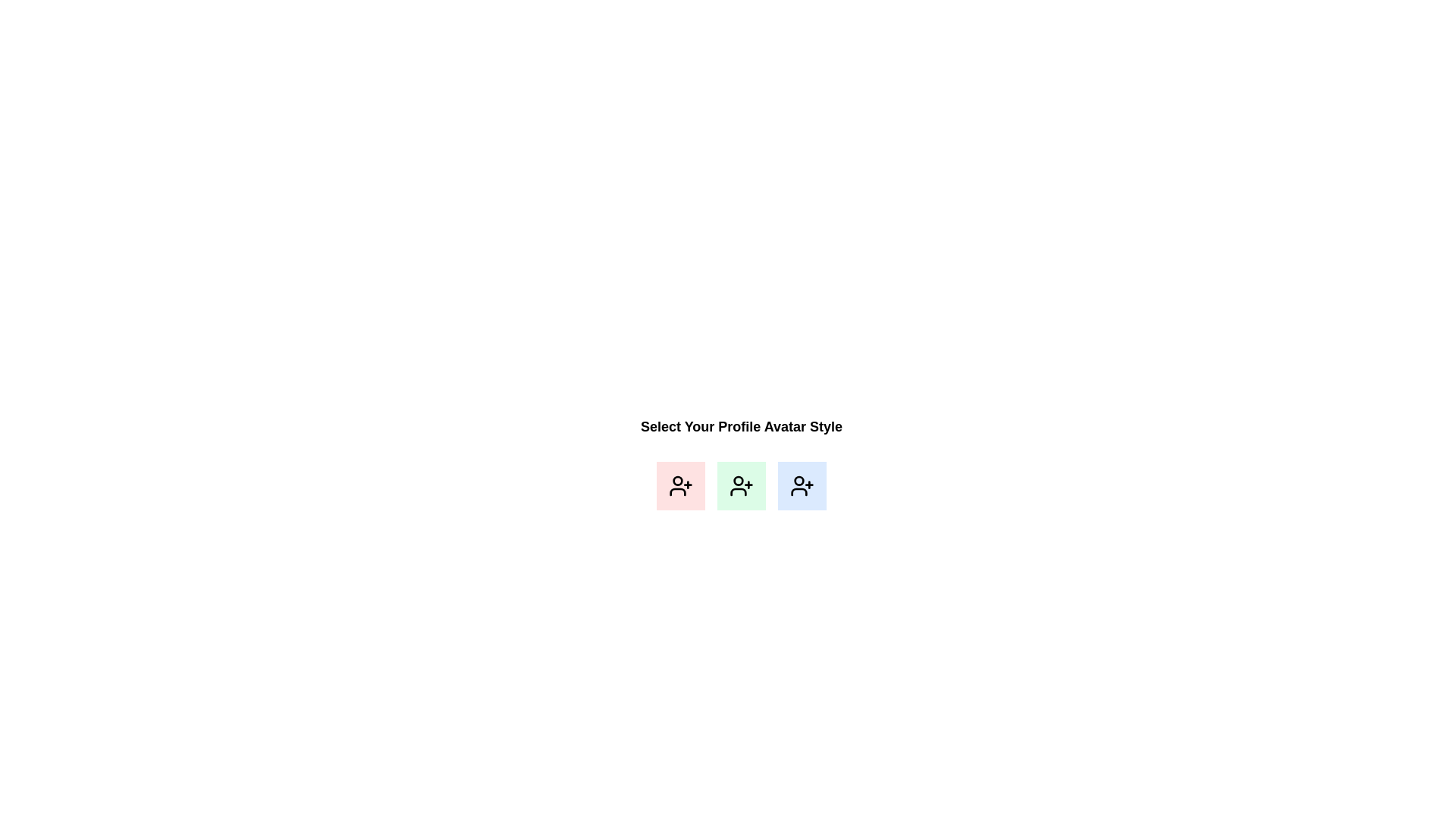 Image resolution: width=1456 pixels, height=819 pixels. What do you see at coordinates (742, 485) in the screenshot?
I see `the profile avatar style selection button, which features a user-plus icon and is the second item in a horizontal grid layout under the 'Select Your Profile Avatar Style' heading` at bounding box center [742, 485].